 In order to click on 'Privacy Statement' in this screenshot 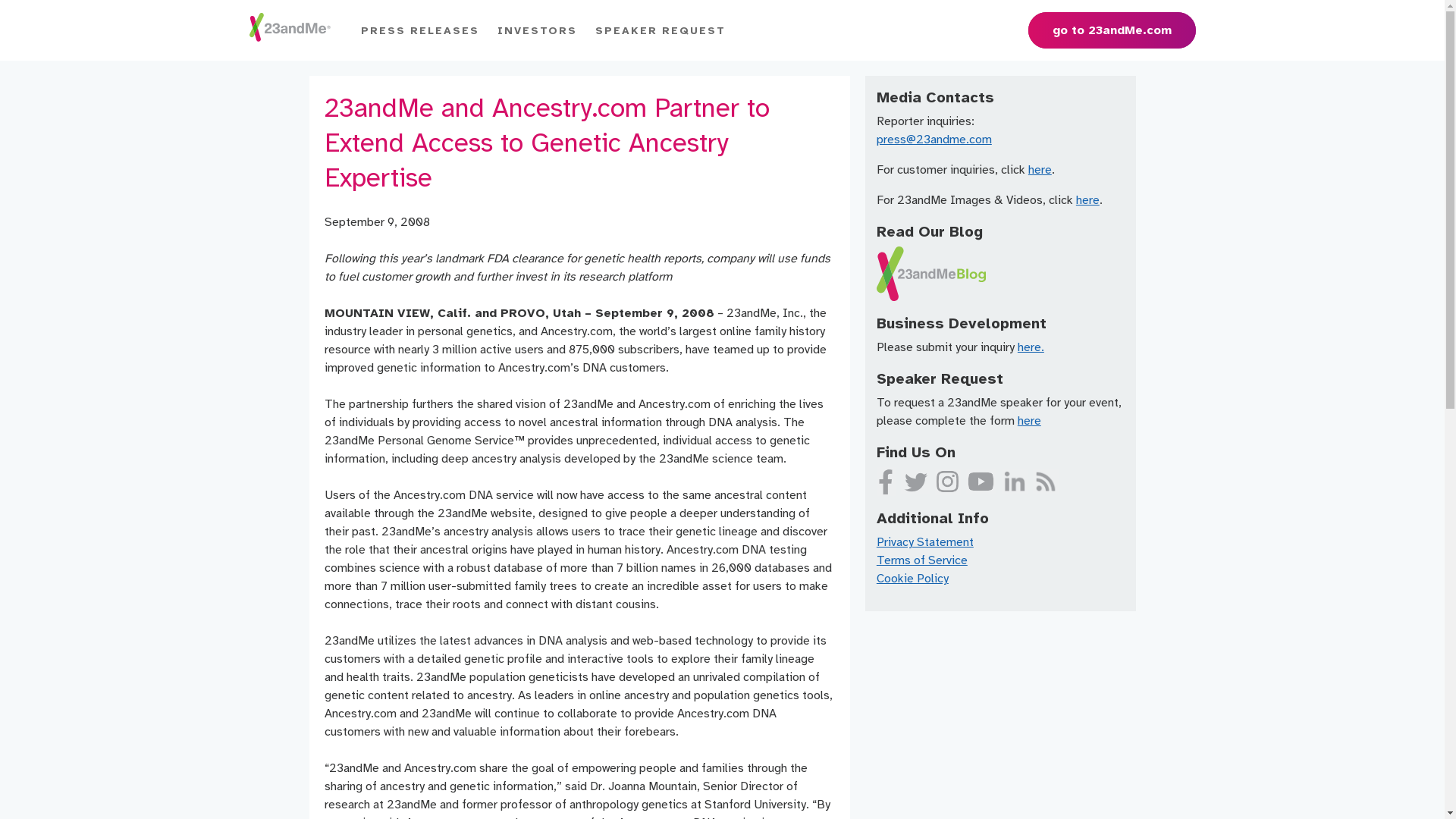, I will do `click(924, 541)`.